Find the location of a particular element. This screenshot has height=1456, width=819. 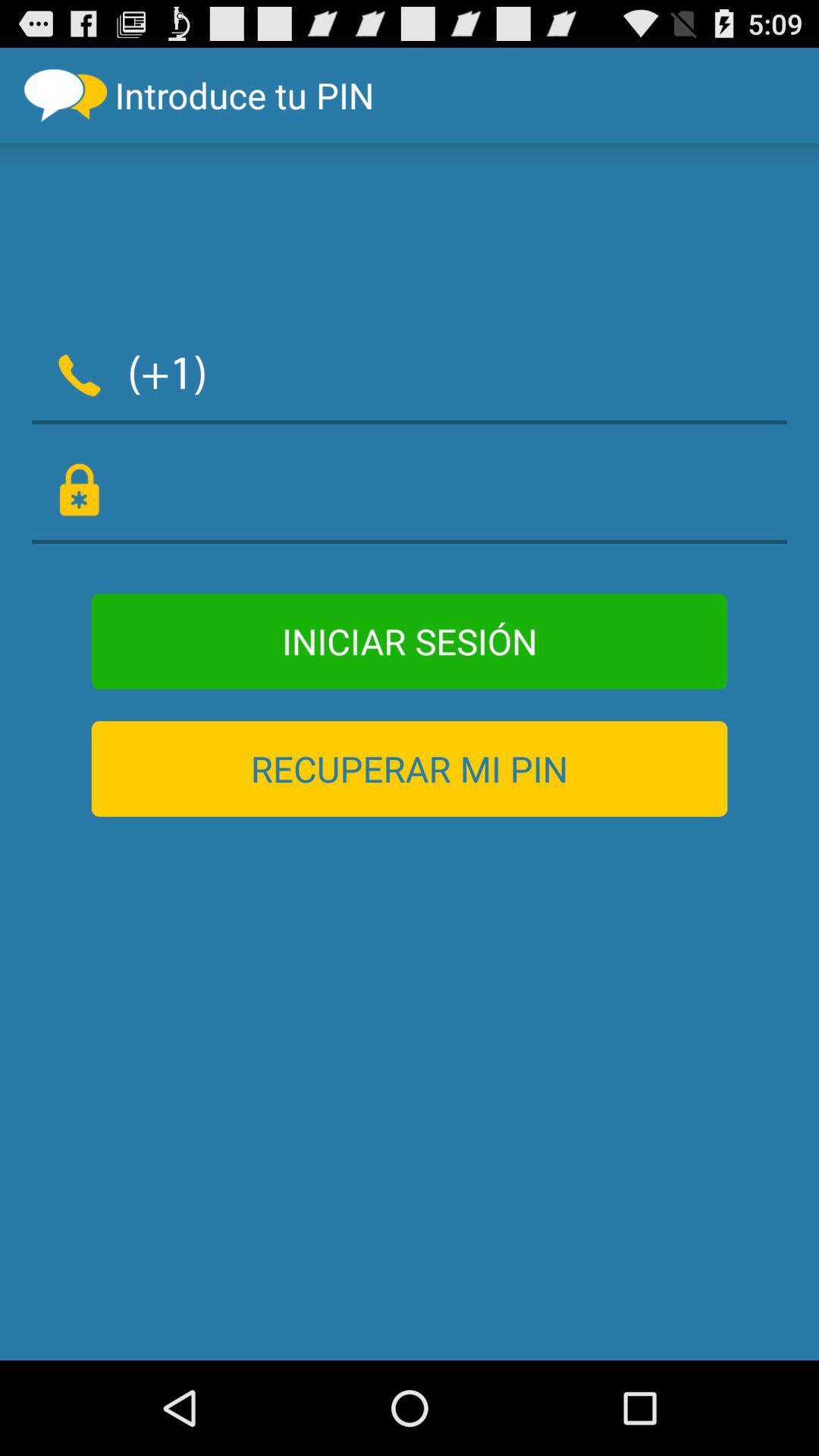

pin is located at coordinates (409, 491).